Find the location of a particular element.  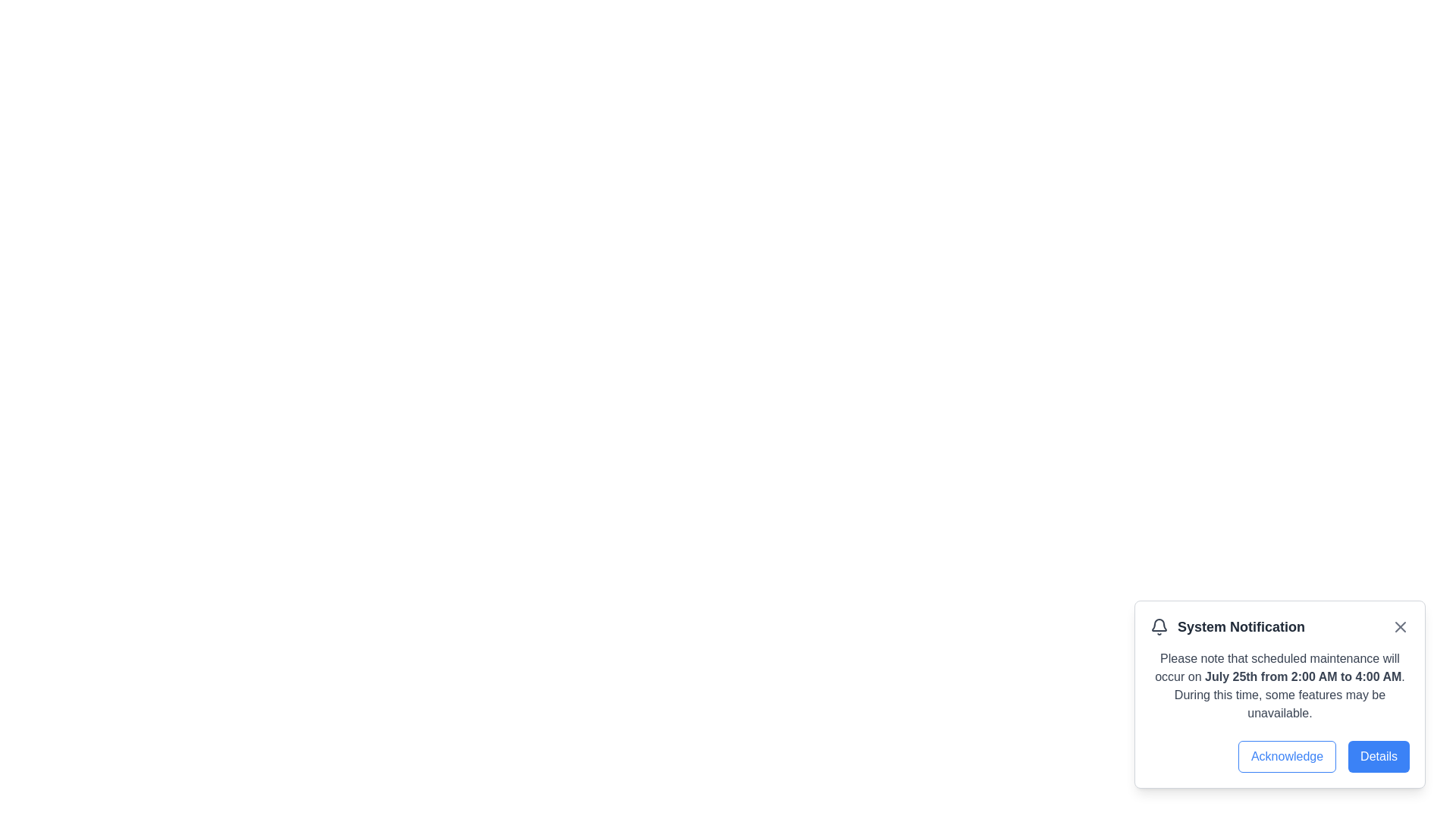

text displayed in the 'System Notification' label, which is bold and dark gray, located in the notification box at the bottom right of the interface is located at coordinates (1241, 626).